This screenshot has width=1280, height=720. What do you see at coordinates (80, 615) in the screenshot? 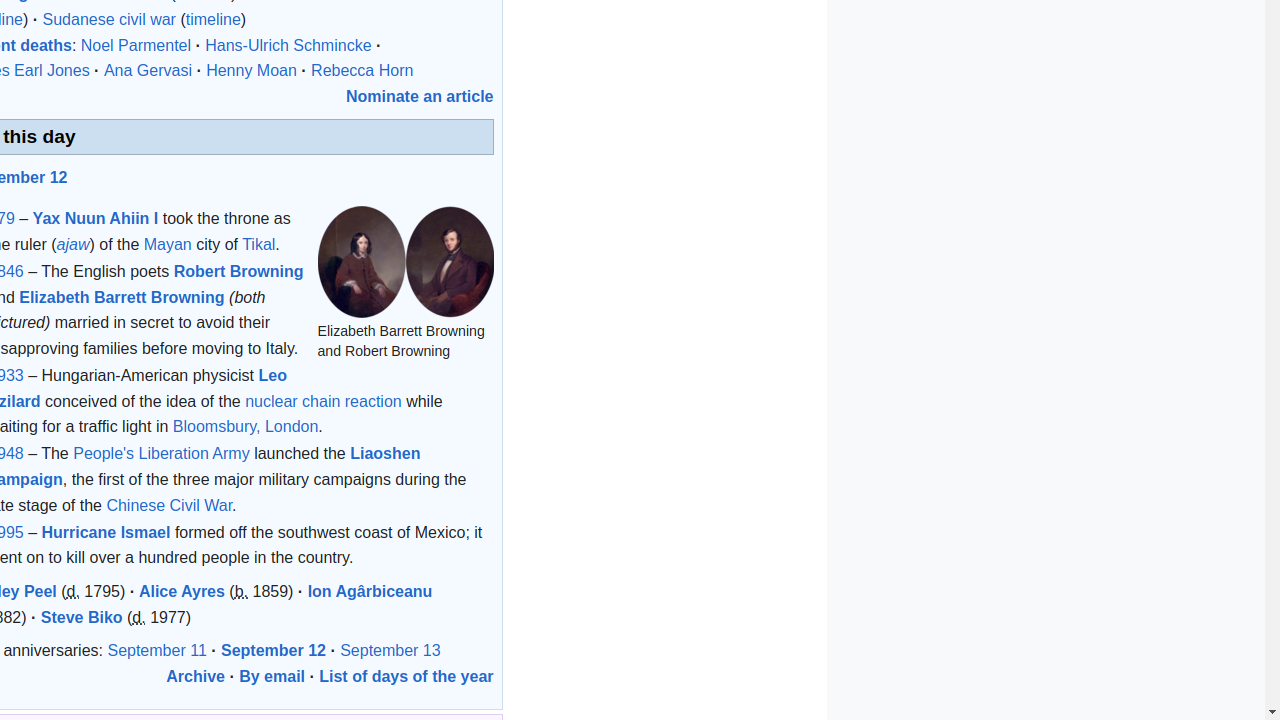
I see `'Steve Biko'` at bounding box center [80, 615].